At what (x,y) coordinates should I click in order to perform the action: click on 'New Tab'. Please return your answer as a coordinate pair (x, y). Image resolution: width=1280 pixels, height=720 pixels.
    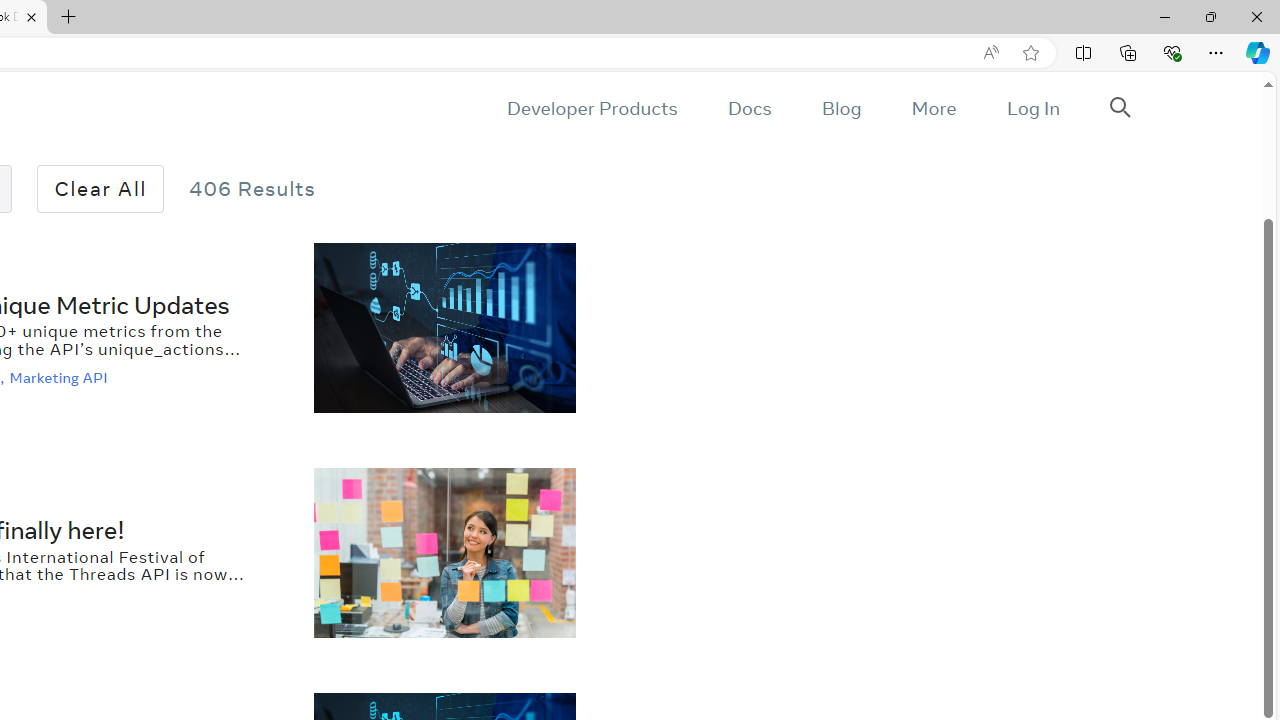
    Looking at the image, I should click on (69, 17).